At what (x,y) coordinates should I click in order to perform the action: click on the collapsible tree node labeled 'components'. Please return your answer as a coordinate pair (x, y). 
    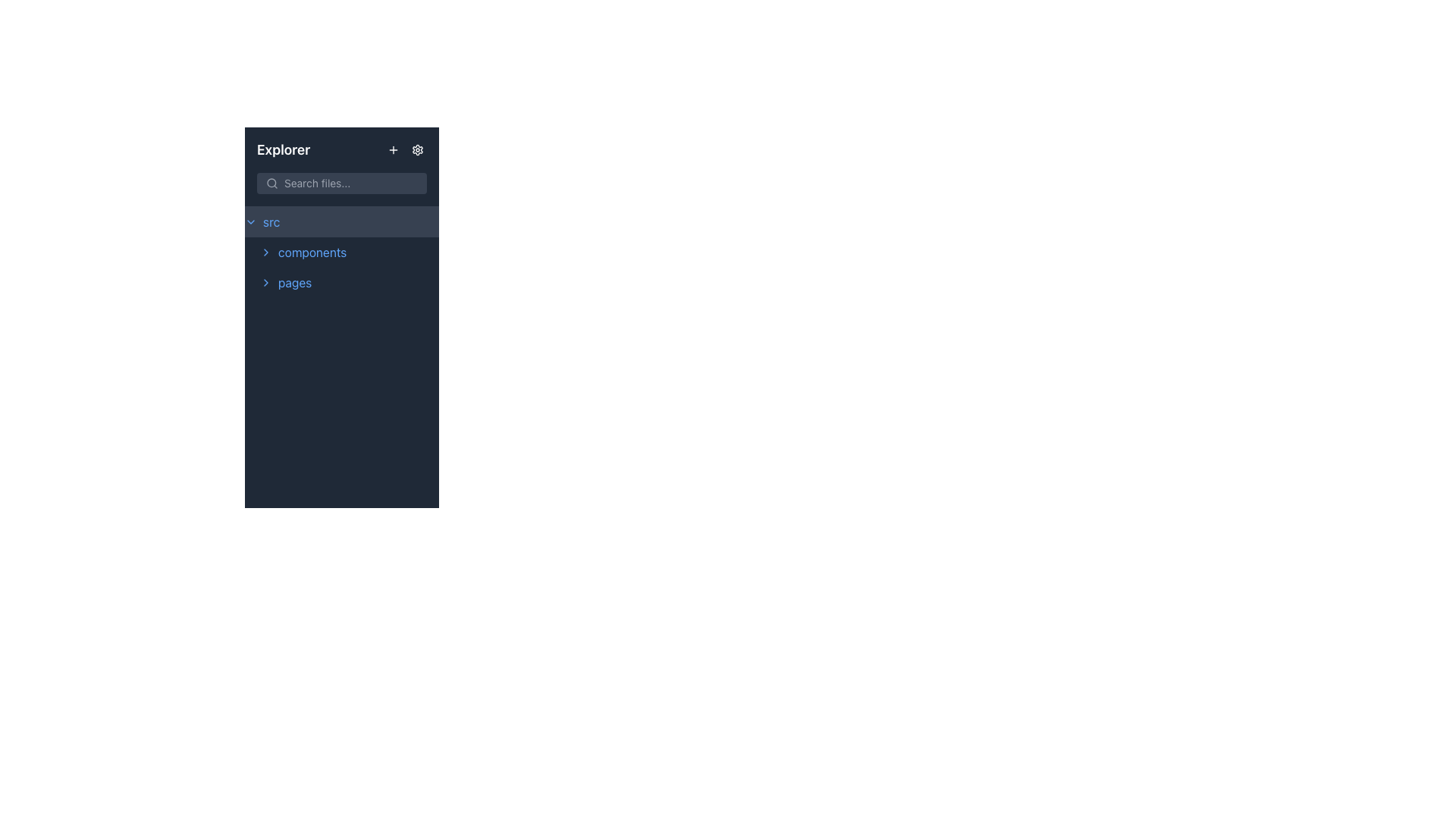
    Looking at the image, I should click on (341, 251).